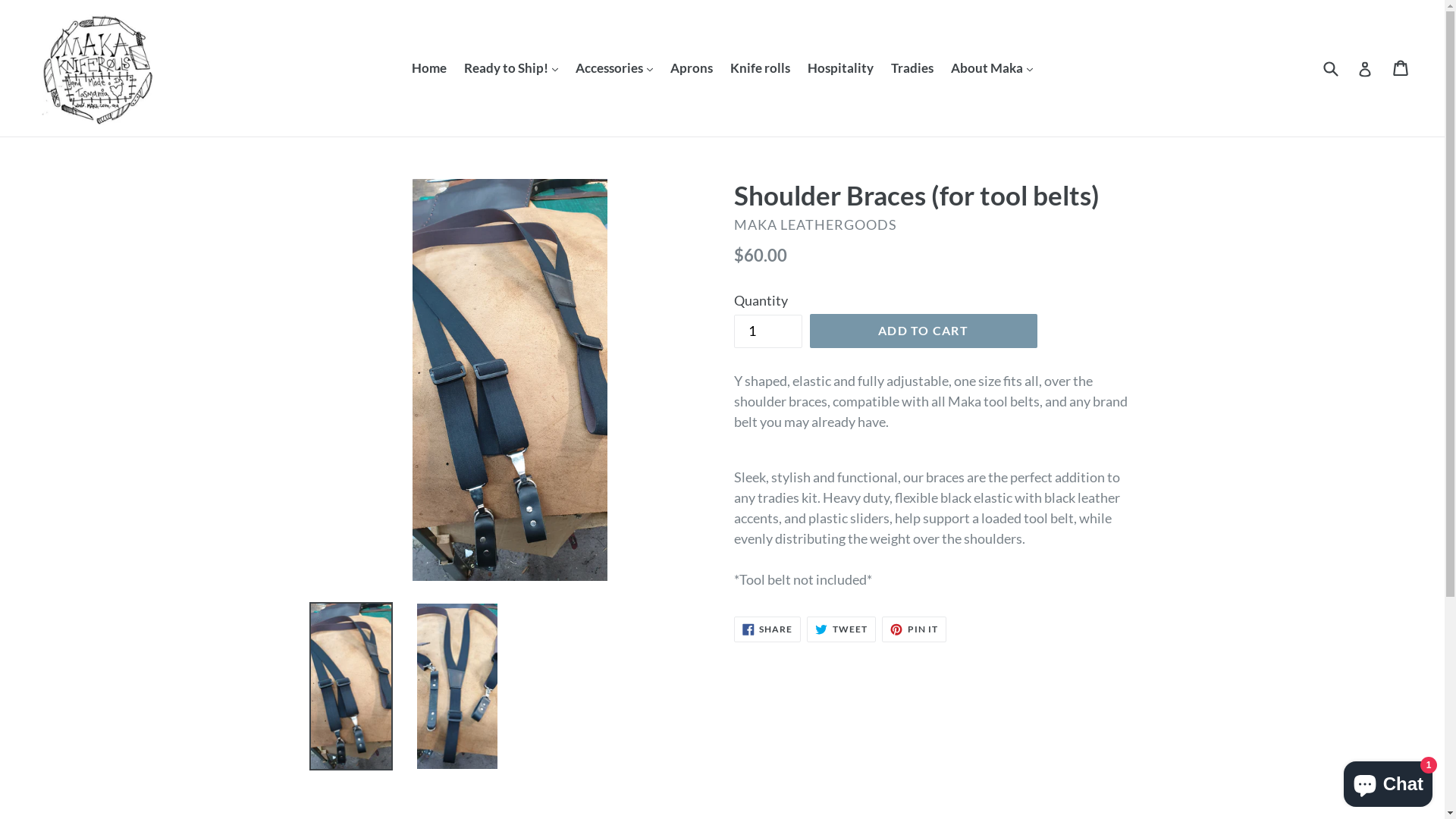 Image resolution: width=1456 pixels, height=819 pixels. I want to click on 'Log in', so click(1365, 67).